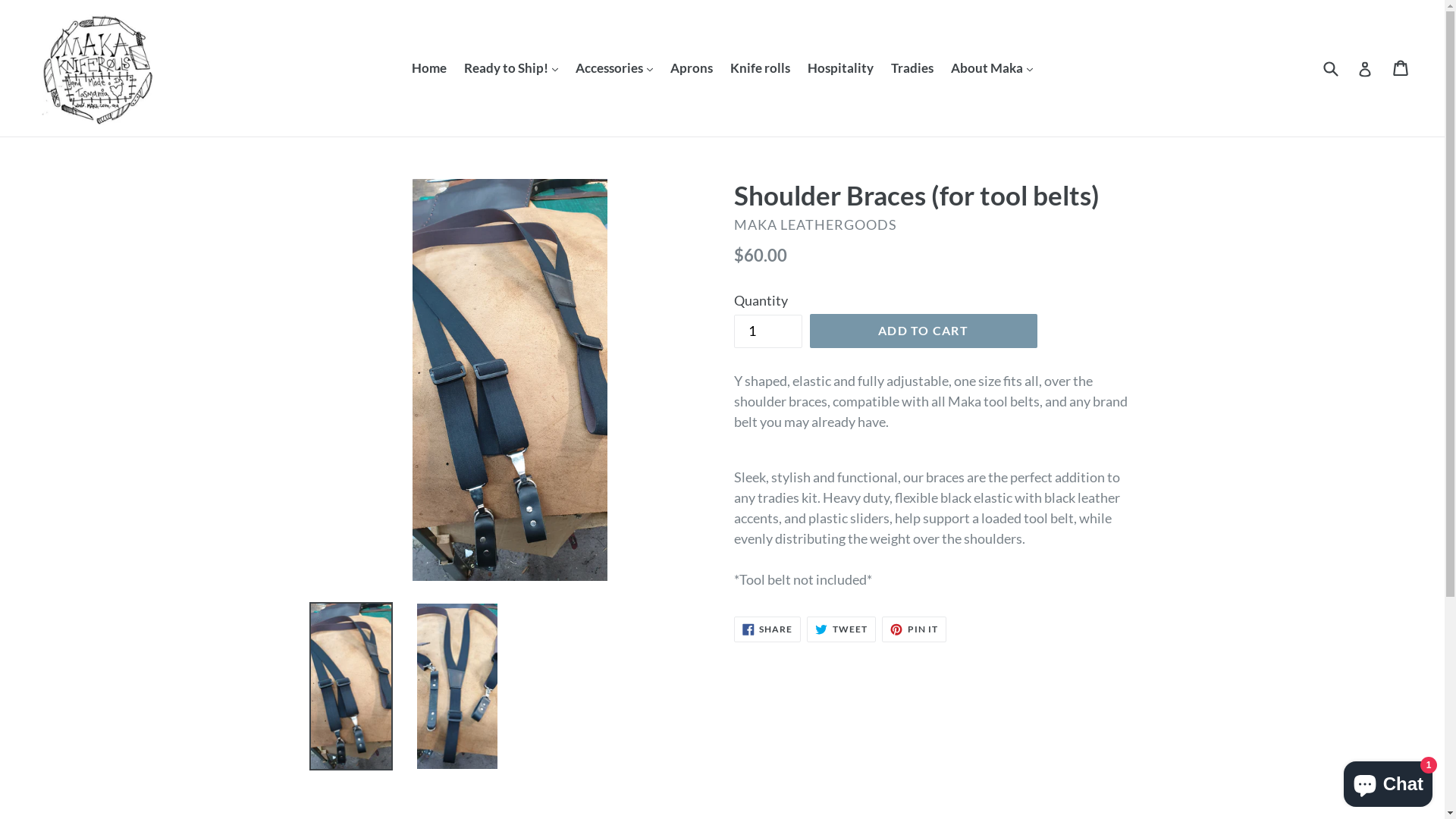 Image resolution: width=1456 pixels, height=819 pixels. I want to click on 'Log in', so click(1365, 67).